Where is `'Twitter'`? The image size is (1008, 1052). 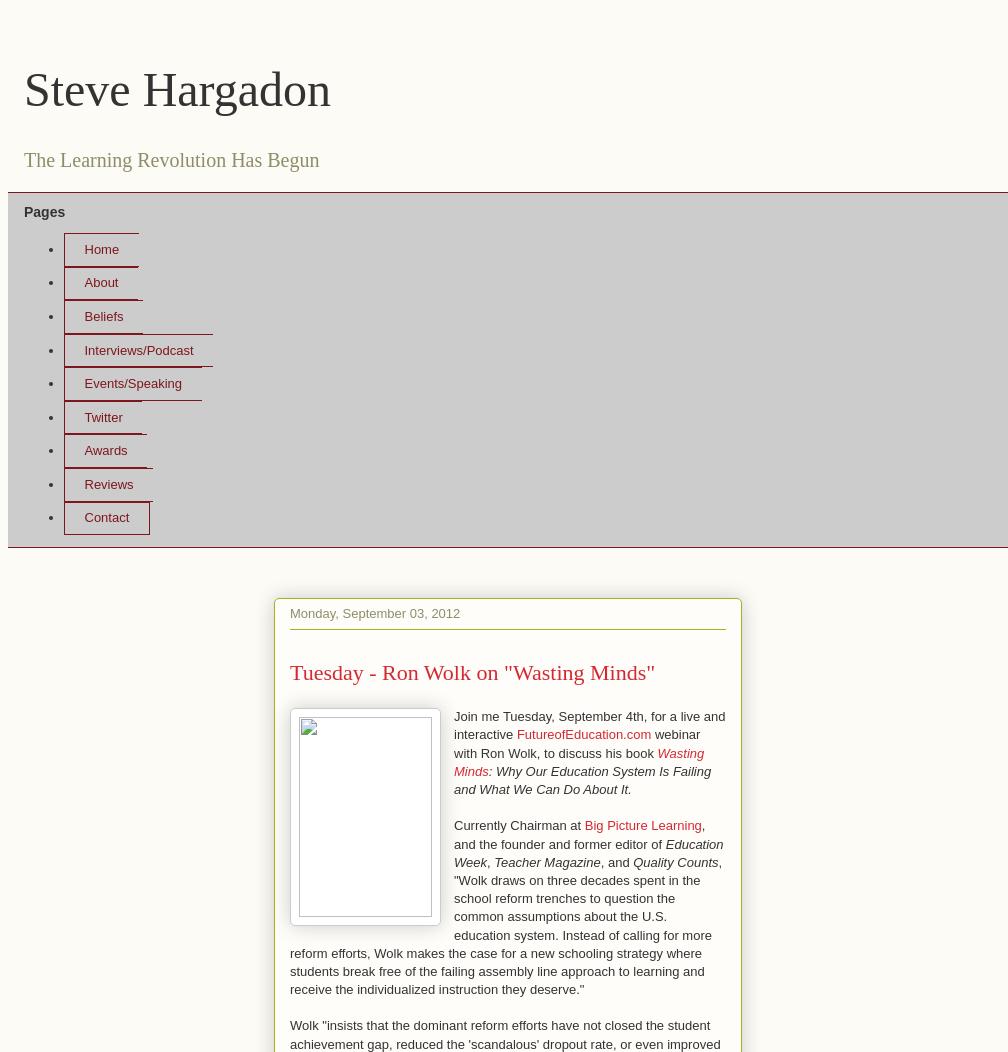 'Twitter' is located at coordinates (83, 415).